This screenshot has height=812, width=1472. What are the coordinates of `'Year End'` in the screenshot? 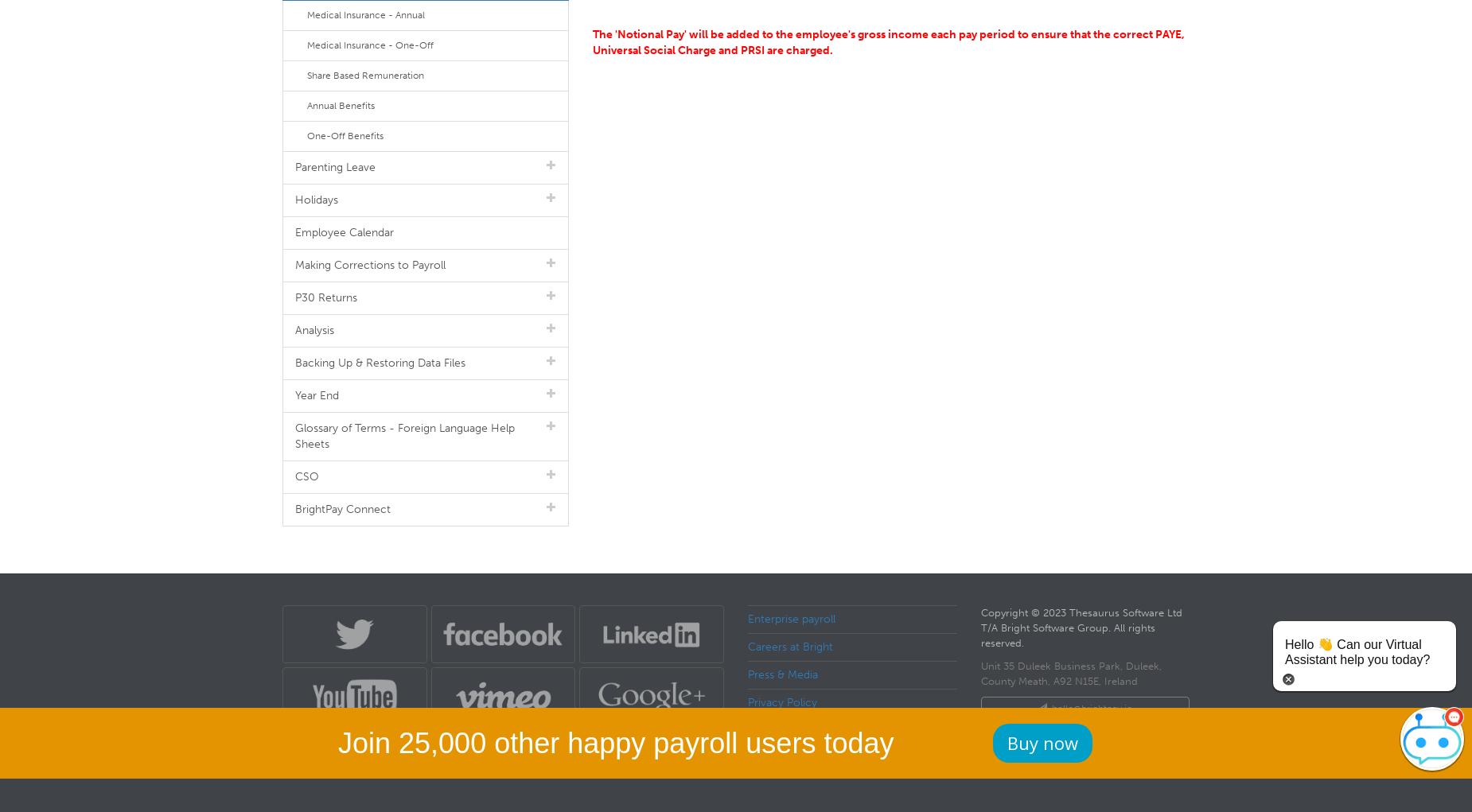 It's located at (316, 394).